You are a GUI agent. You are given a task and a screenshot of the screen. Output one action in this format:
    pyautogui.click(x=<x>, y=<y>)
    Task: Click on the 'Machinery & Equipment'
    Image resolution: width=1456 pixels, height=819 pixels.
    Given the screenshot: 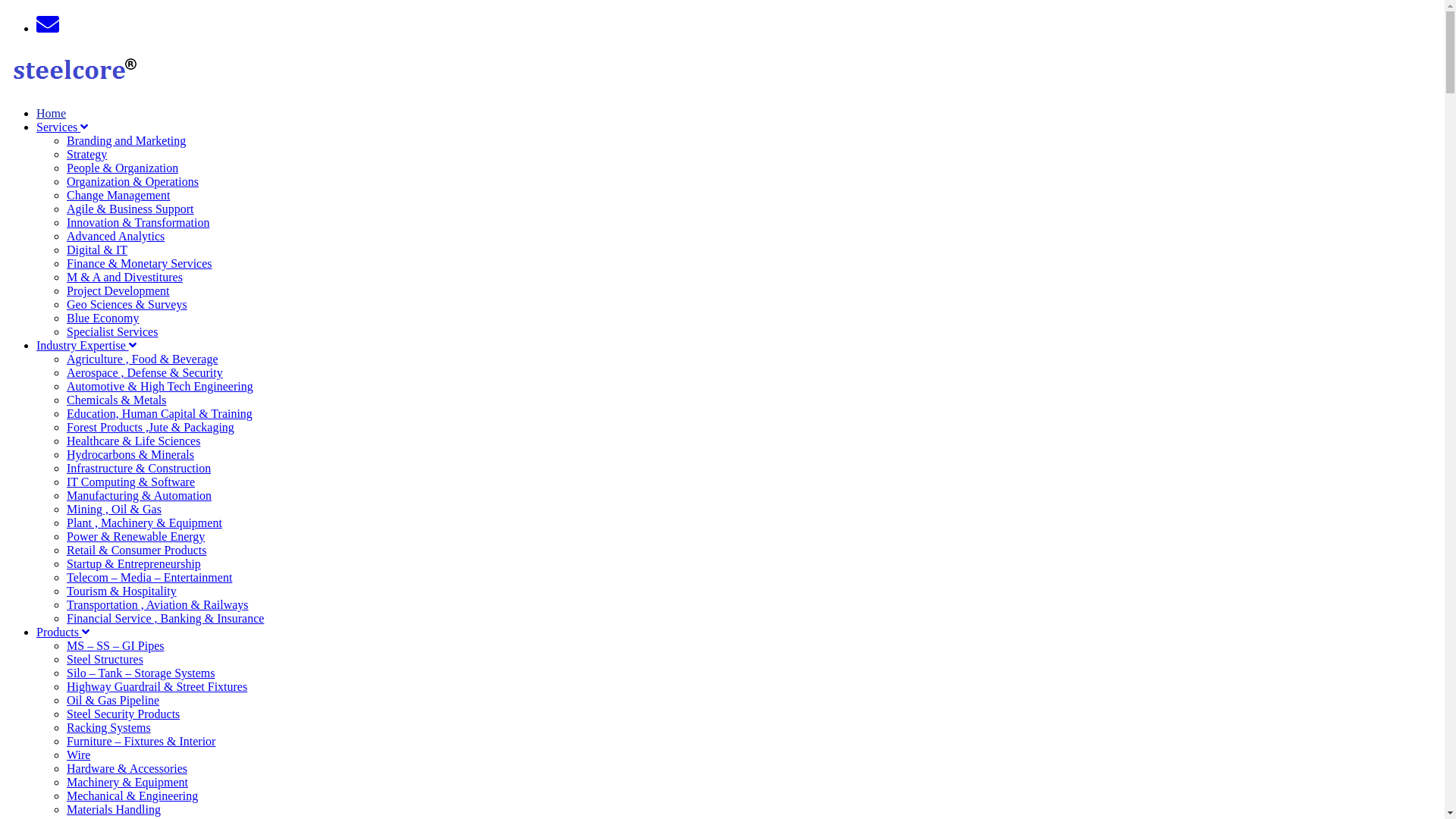 What is the action you would take?
    pyautogui.click(x=65, y=782)
    